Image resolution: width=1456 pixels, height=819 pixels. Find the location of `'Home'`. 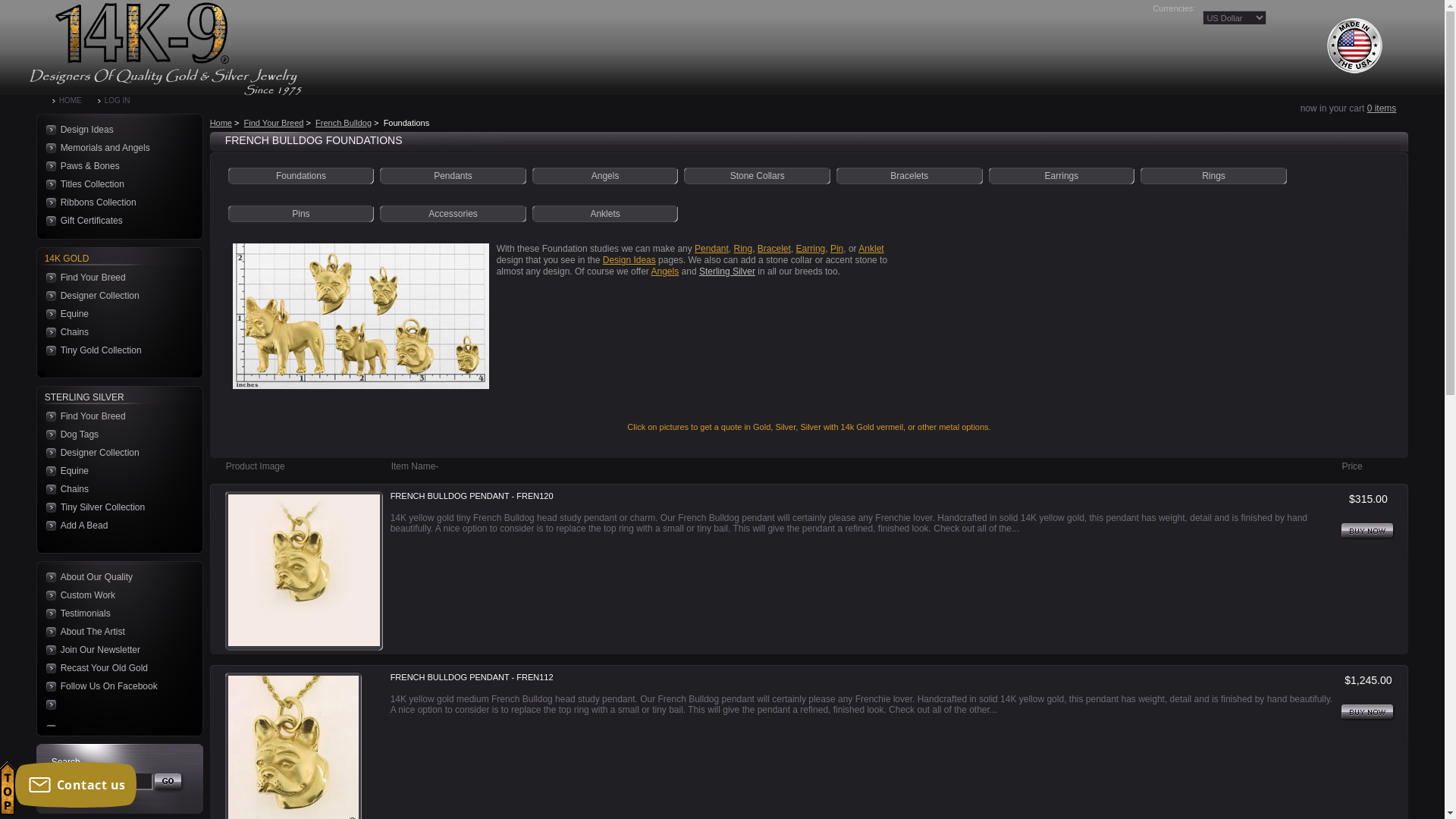

'Home' is located at coordinates (220, 122).